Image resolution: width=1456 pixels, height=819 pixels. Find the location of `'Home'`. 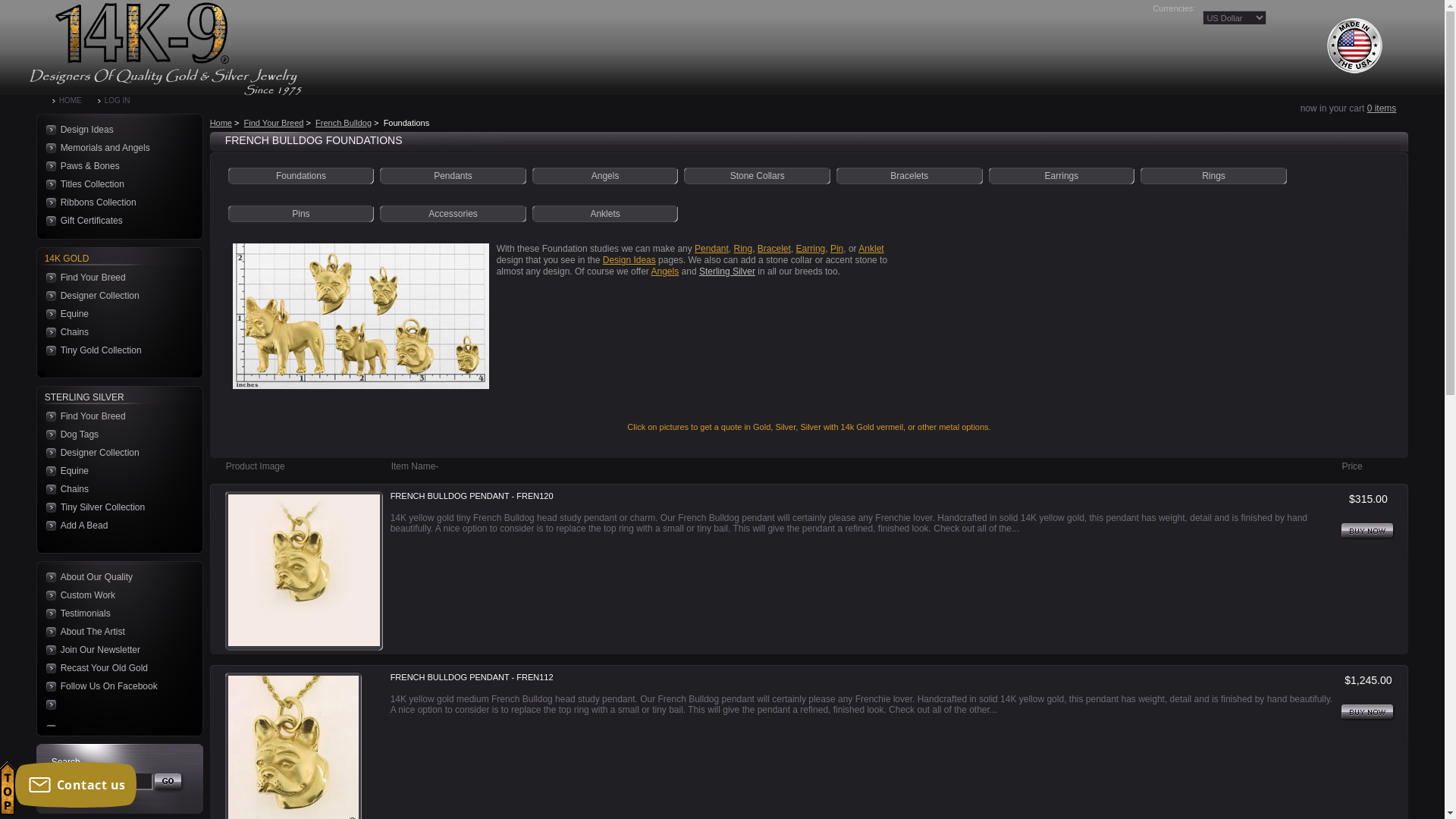

'Home' is located at coordinates (220, 122).